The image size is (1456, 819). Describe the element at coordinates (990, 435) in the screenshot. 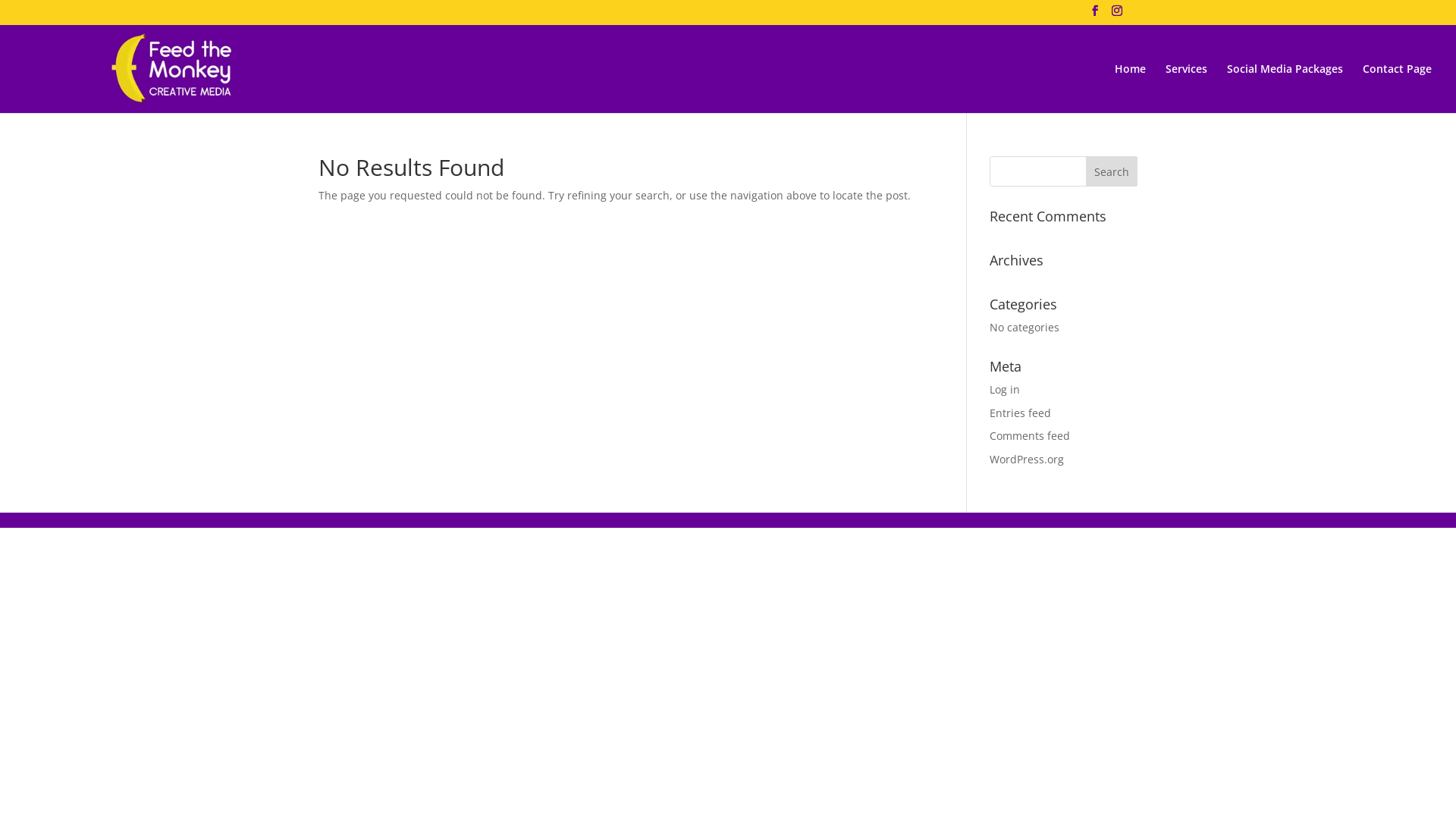

I see `'Comments feed'` at that location.